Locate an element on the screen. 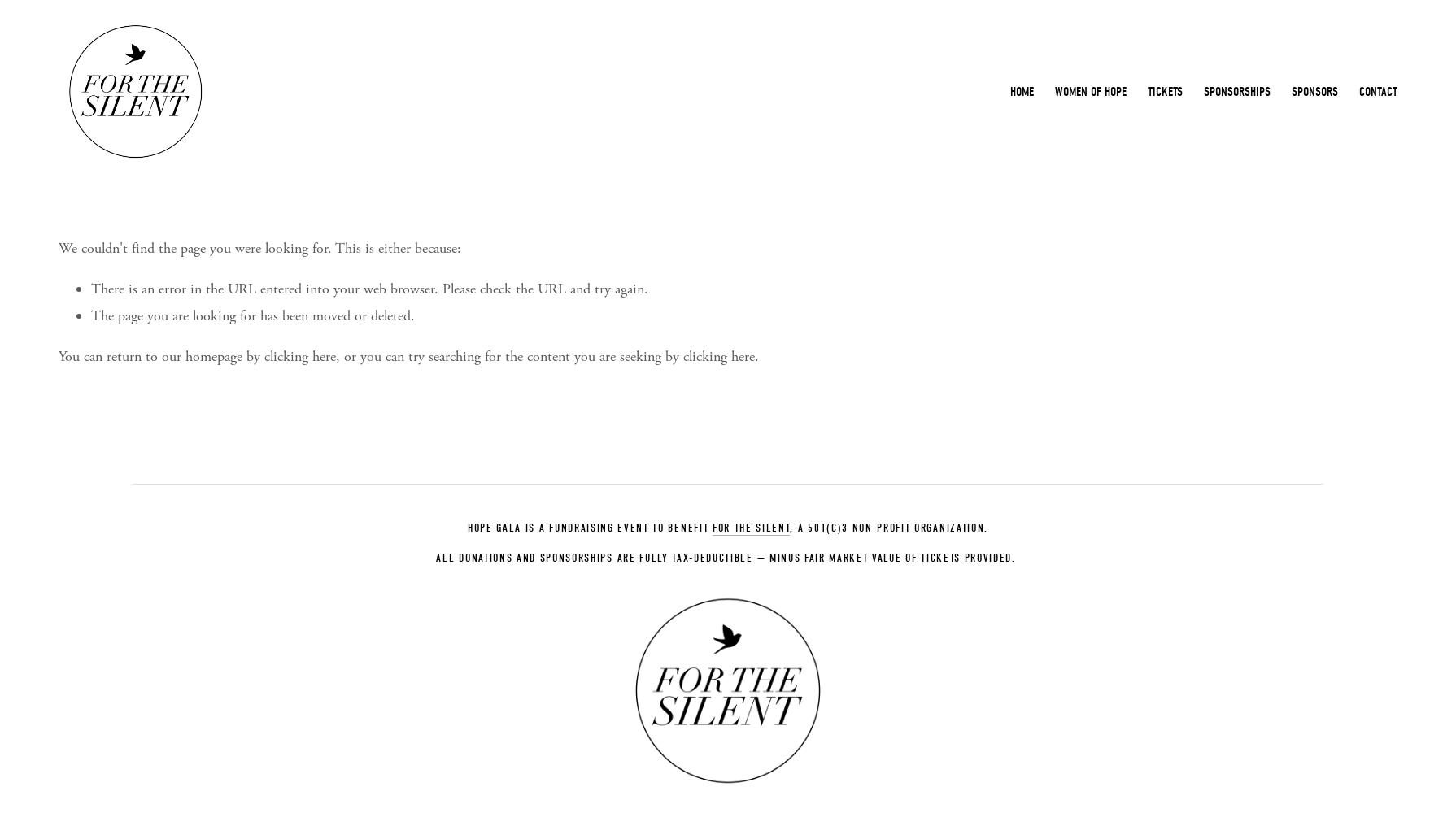 Image resolution: width=1456 pixels, height=813 pixels. 'TICKETS' is located at coordinates (1147, 91).